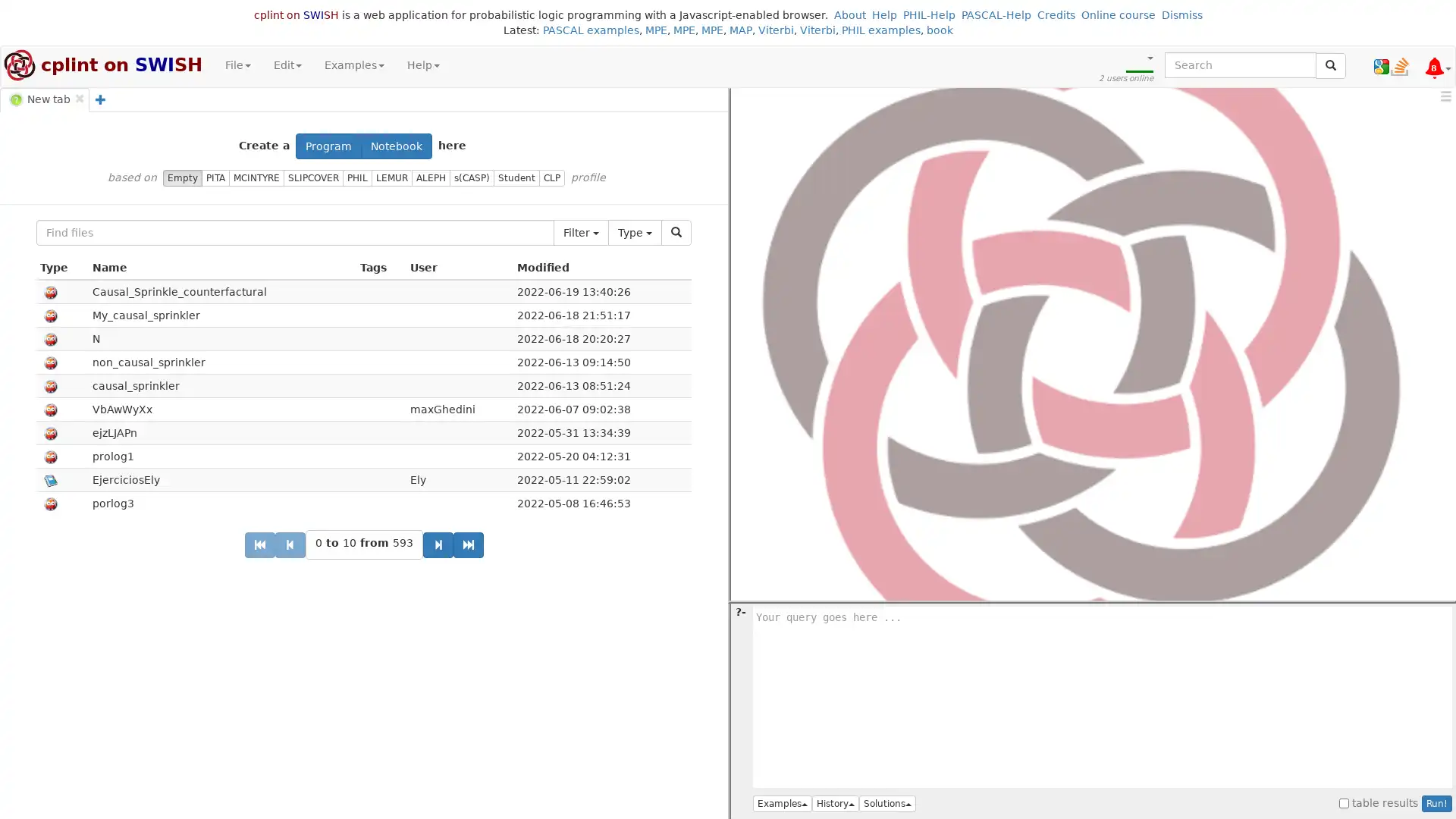 This screenshot has height=819, width=1456. I want to click on Program, so click(328, 146).